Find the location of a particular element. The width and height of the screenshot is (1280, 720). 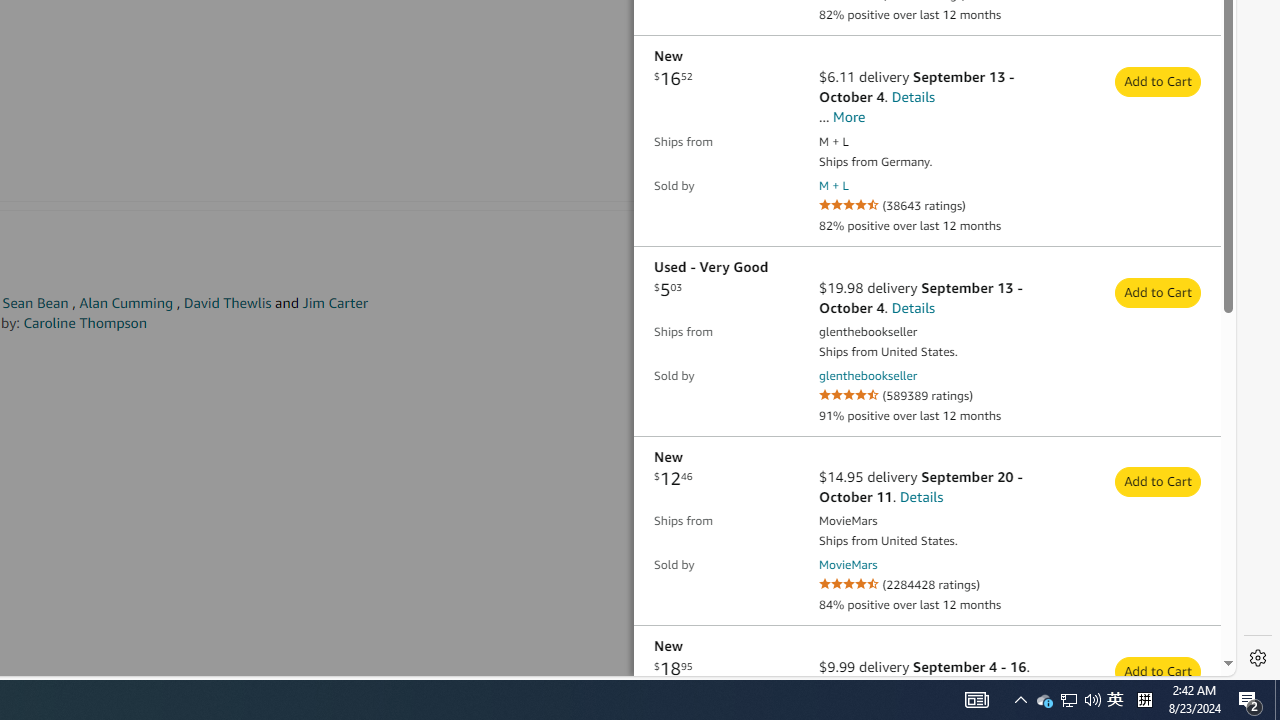

'Jim Carter' is located at coordinates (335, 303).